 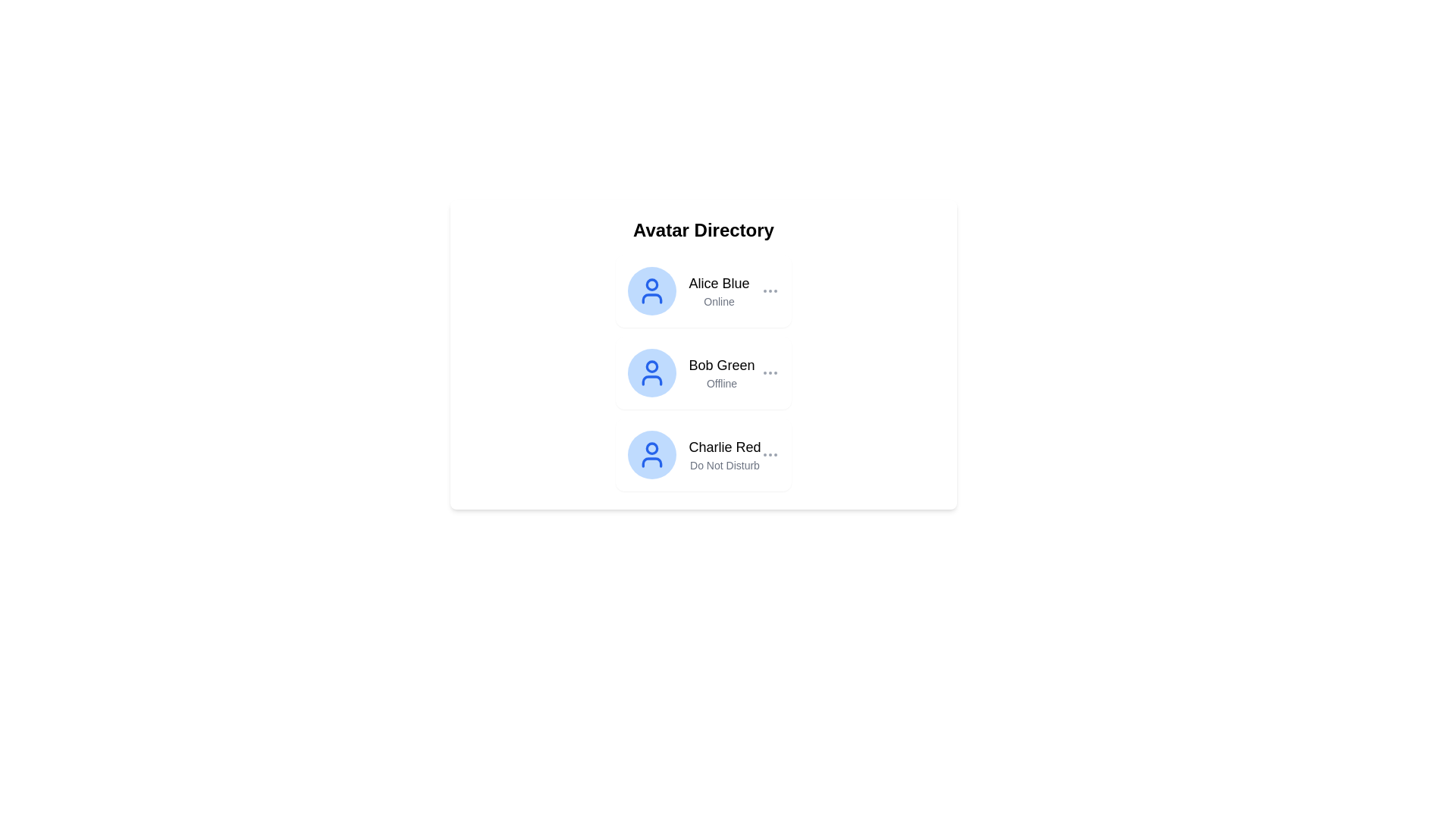 I want to click on the circle SVG element representing the status or identifier within the 'Alice Blue' avatar icon, located in the Avatar Directory list, so click(x=652, y=284).